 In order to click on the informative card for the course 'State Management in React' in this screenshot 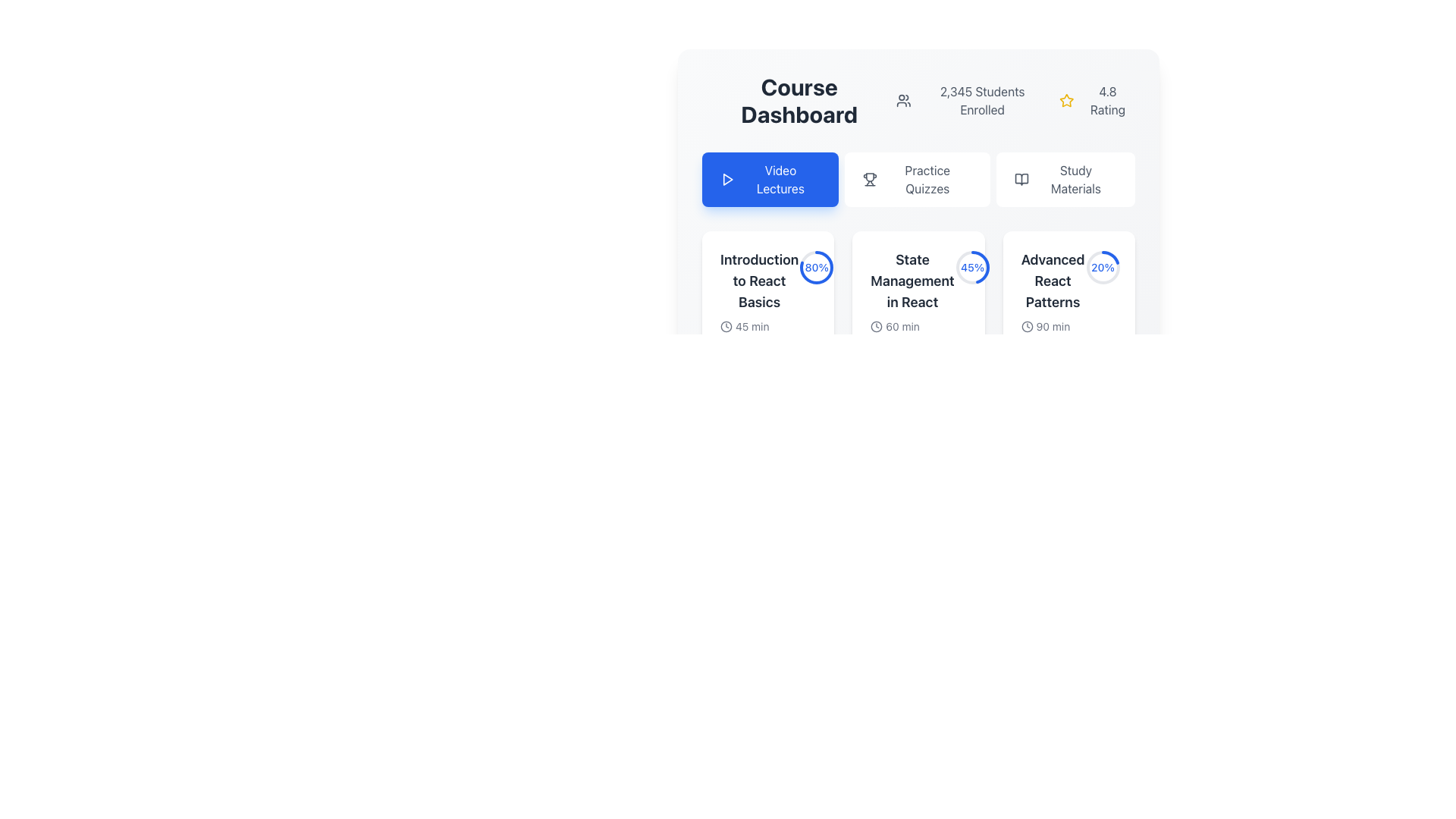, I will do `click(918, 326)`.